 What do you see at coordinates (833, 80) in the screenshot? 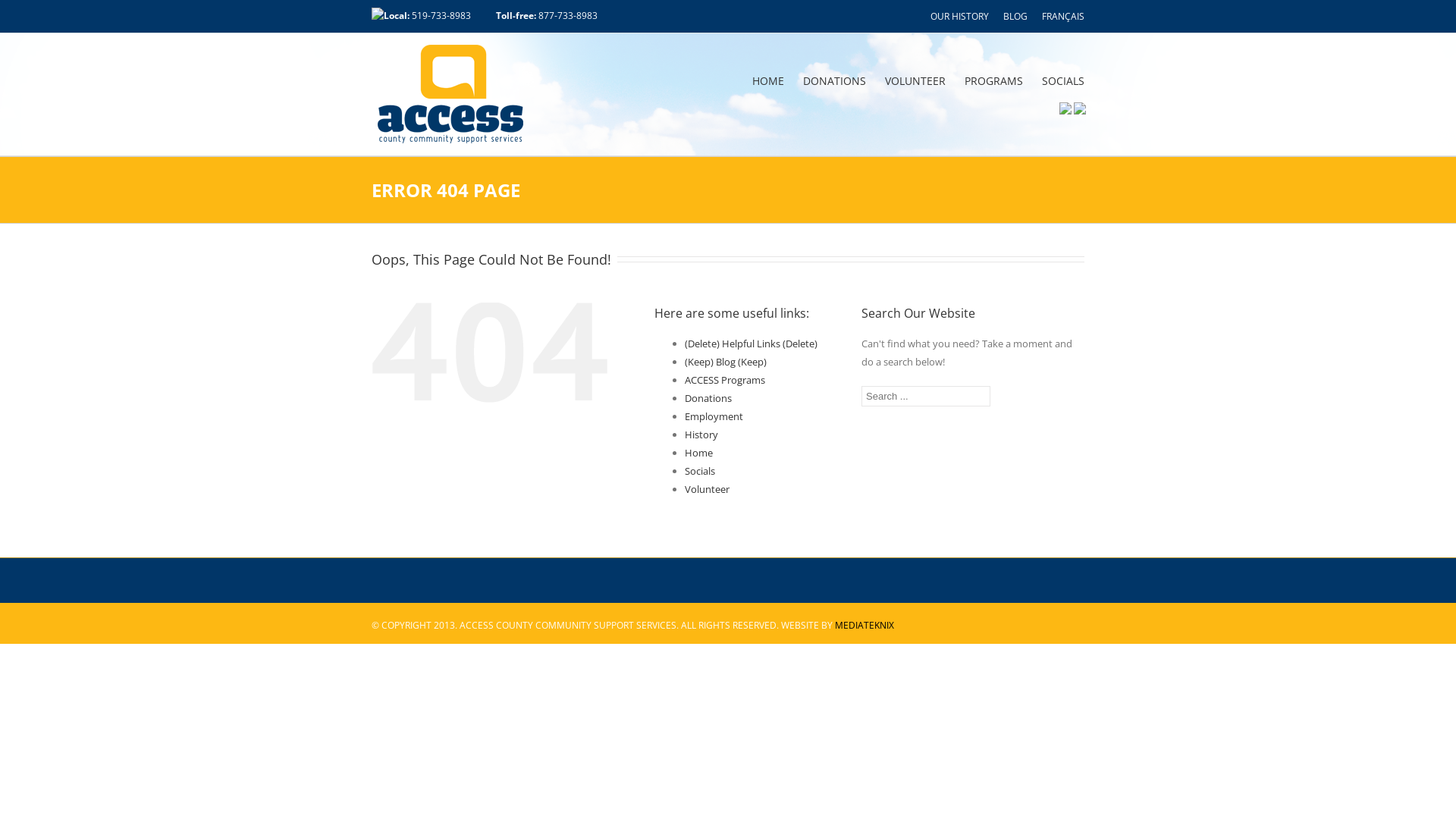
I see `'DONATIONS'` at bounding box center [833, 80].